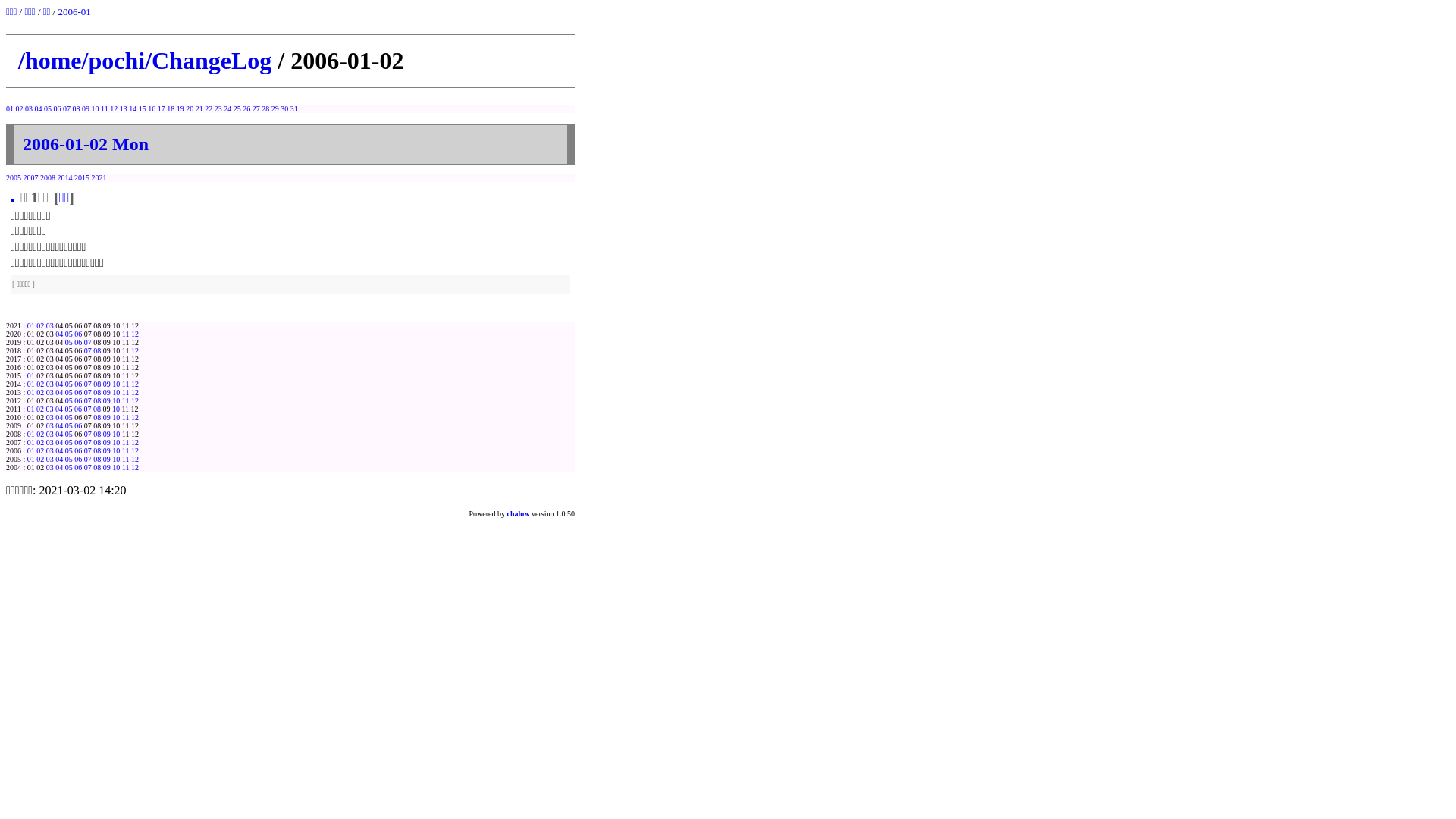 Image resolution: width=1456 pixels, height=819 pixels. I want to click on '/home/pochi/ChangeLog', so click(18, 60).